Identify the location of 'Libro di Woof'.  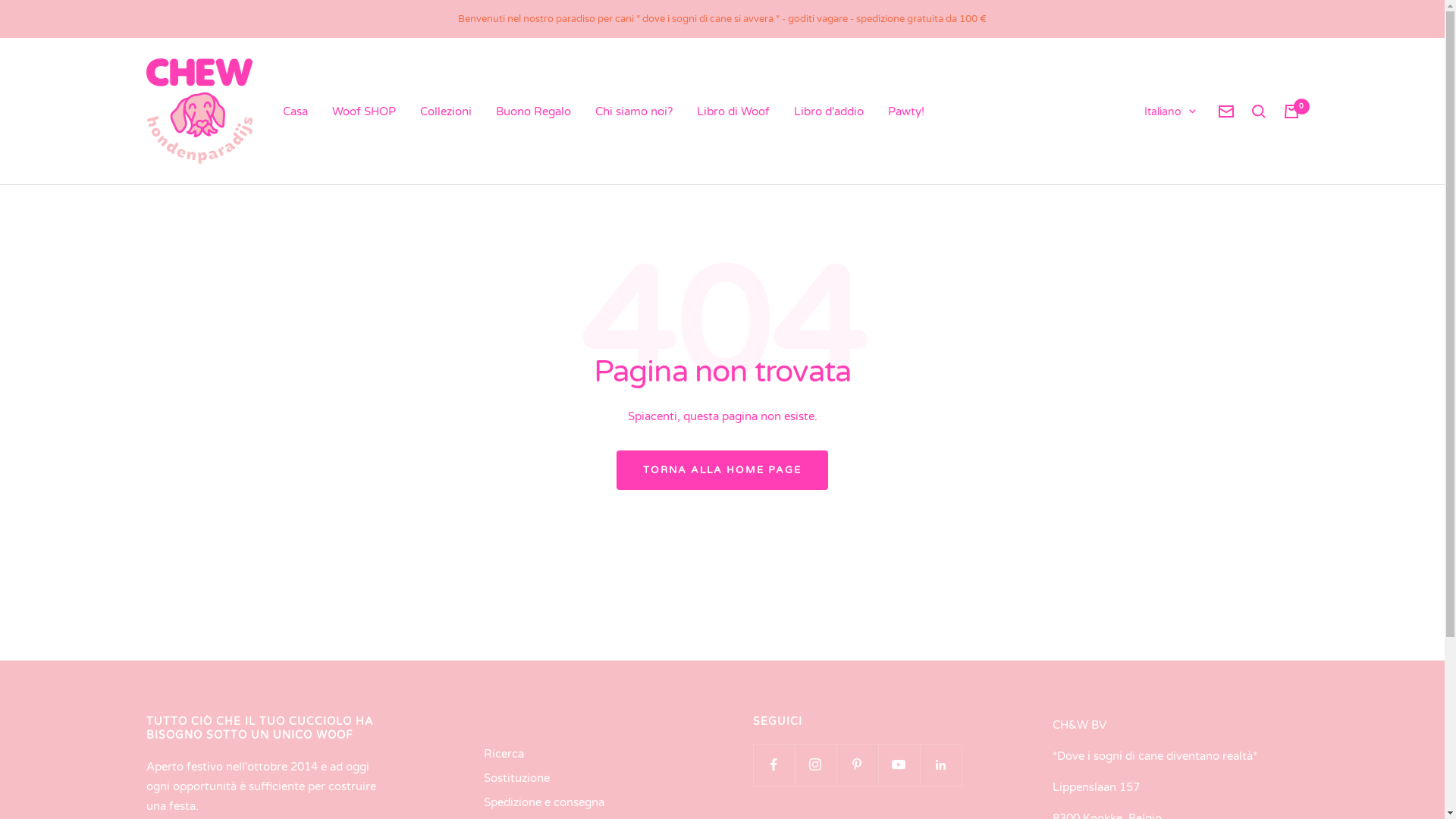
(732, 110).